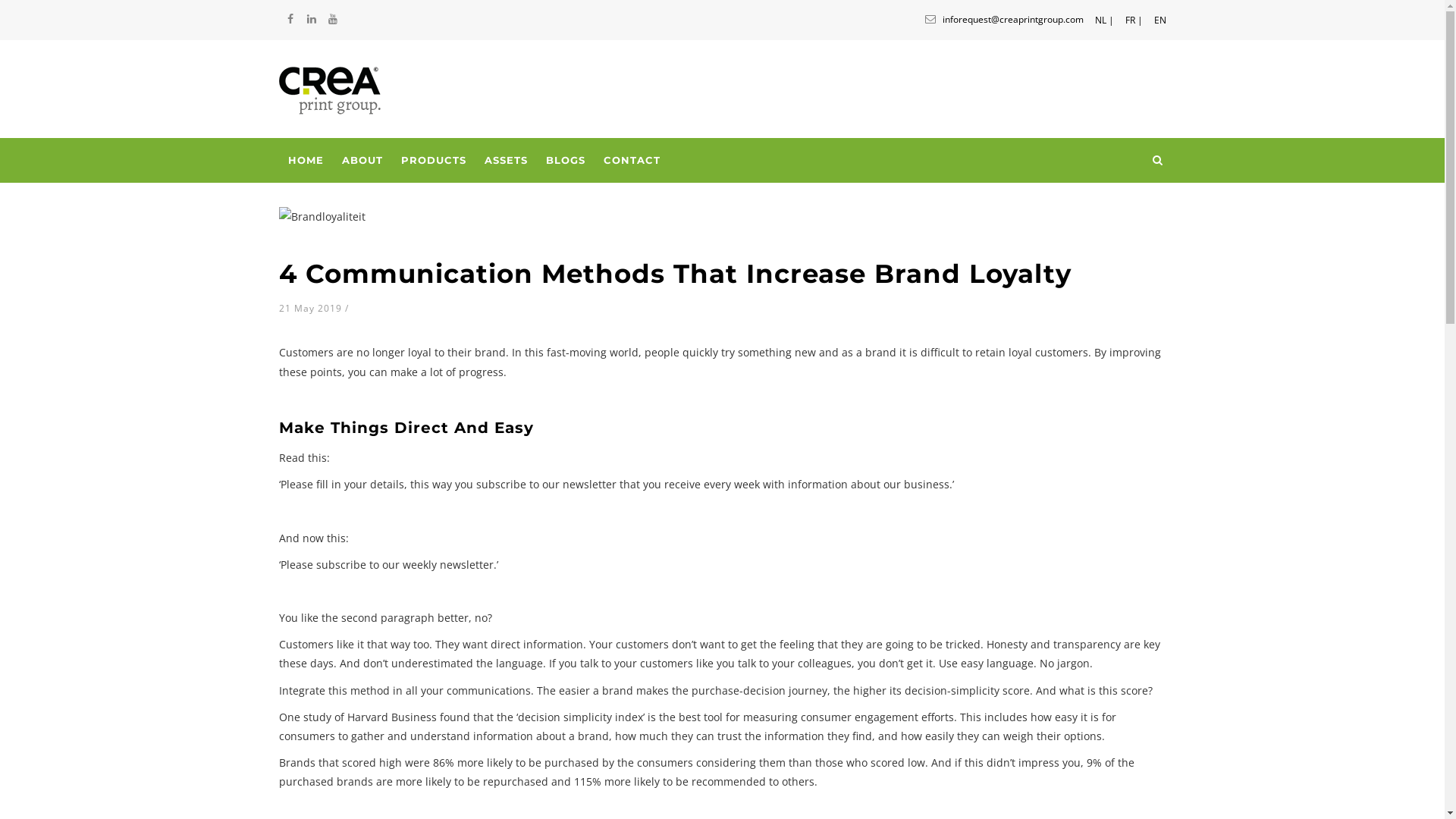 The width and height of the screenshot is (1456, 819). I want to click on 'inforequest@creaprintgroup.com', so click(1002, 19).